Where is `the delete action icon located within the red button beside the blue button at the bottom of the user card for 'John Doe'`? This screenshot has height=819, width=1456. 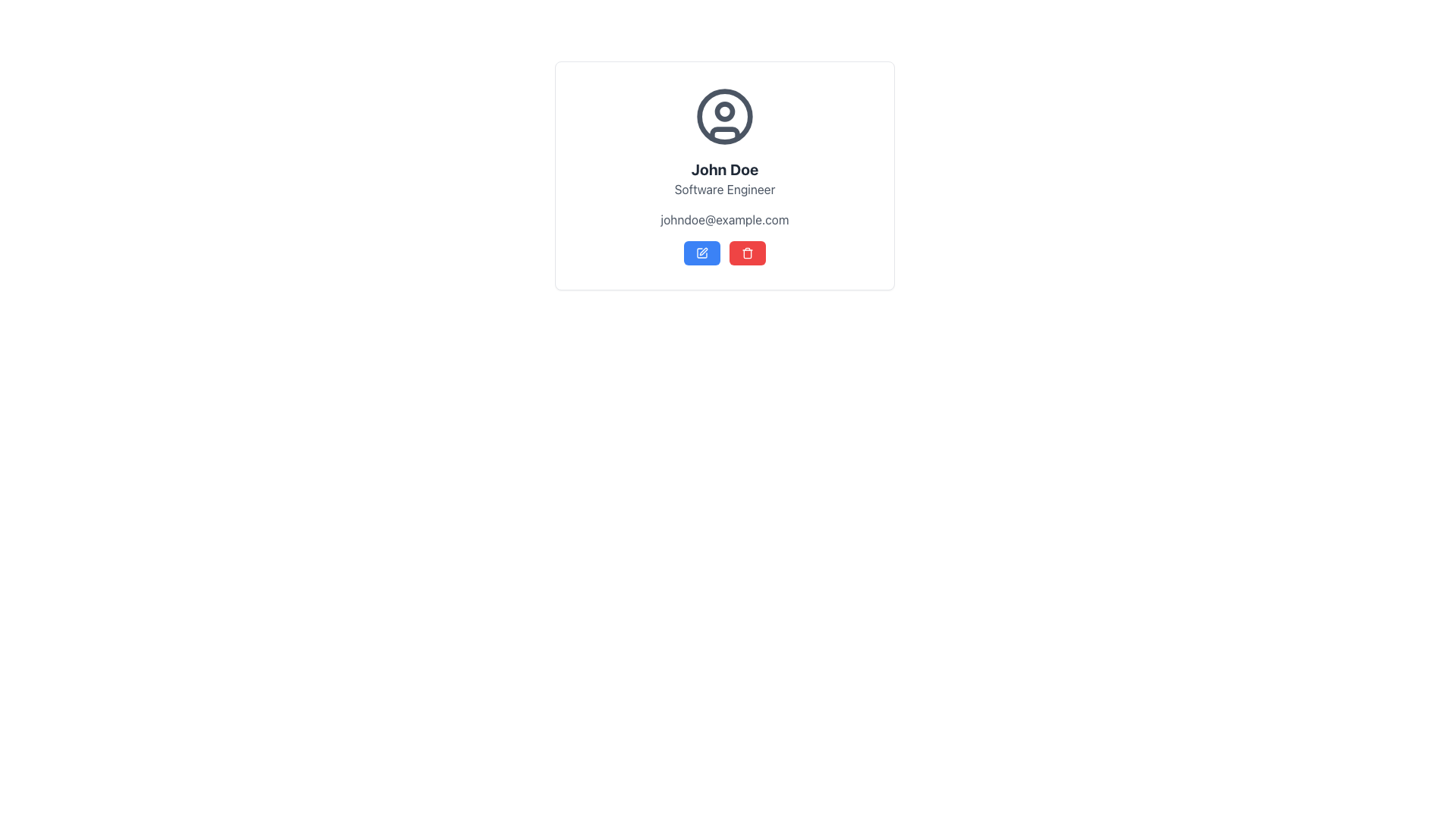
the delete action icon located within the red button beside the blue button at the bottom of the user card for 'John Doe' is located at coordinates (747, 253).